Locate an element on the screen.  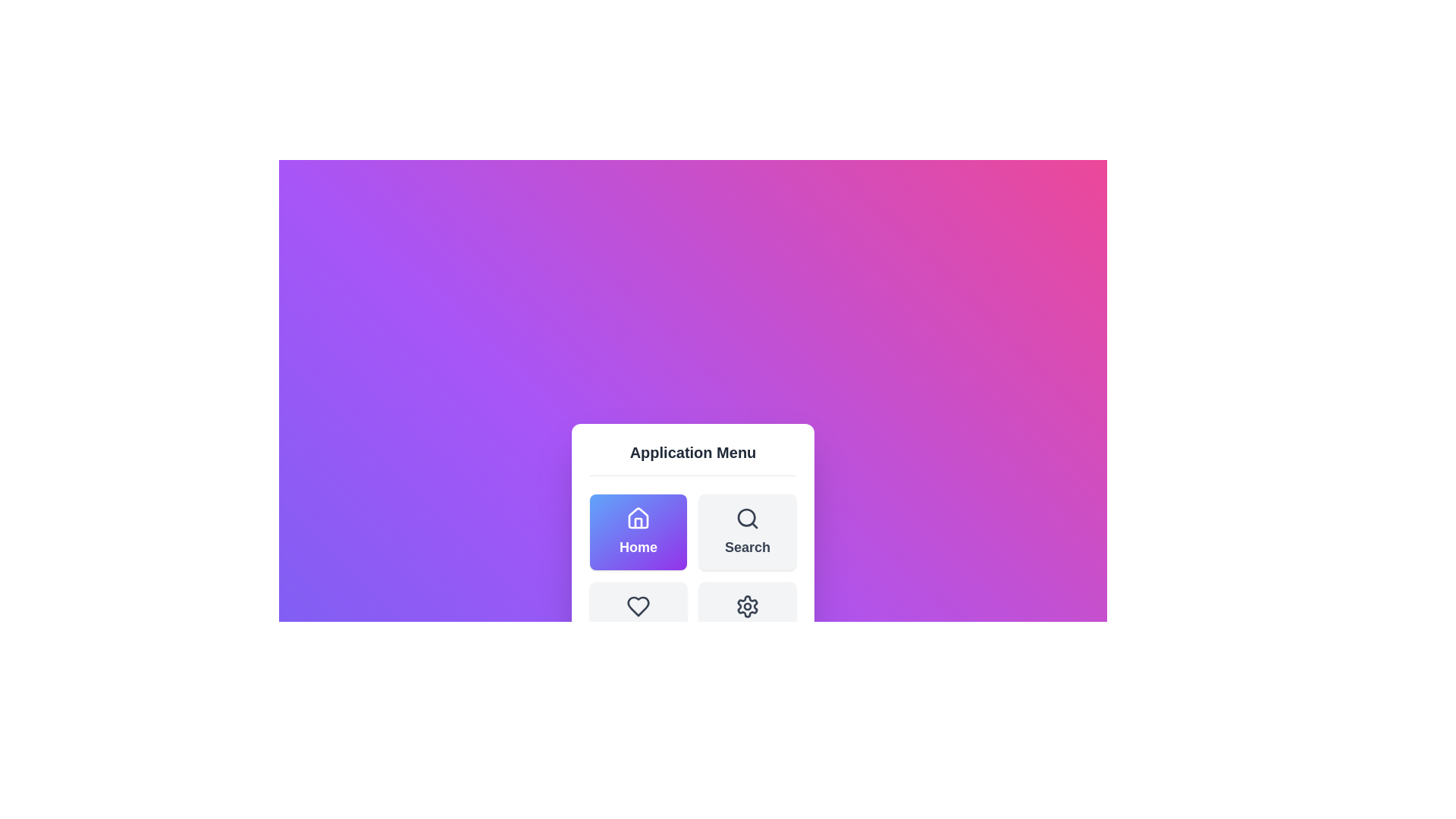
the menu item Favorites by clicking on its corresponding button is located at coordinates (638, 620).